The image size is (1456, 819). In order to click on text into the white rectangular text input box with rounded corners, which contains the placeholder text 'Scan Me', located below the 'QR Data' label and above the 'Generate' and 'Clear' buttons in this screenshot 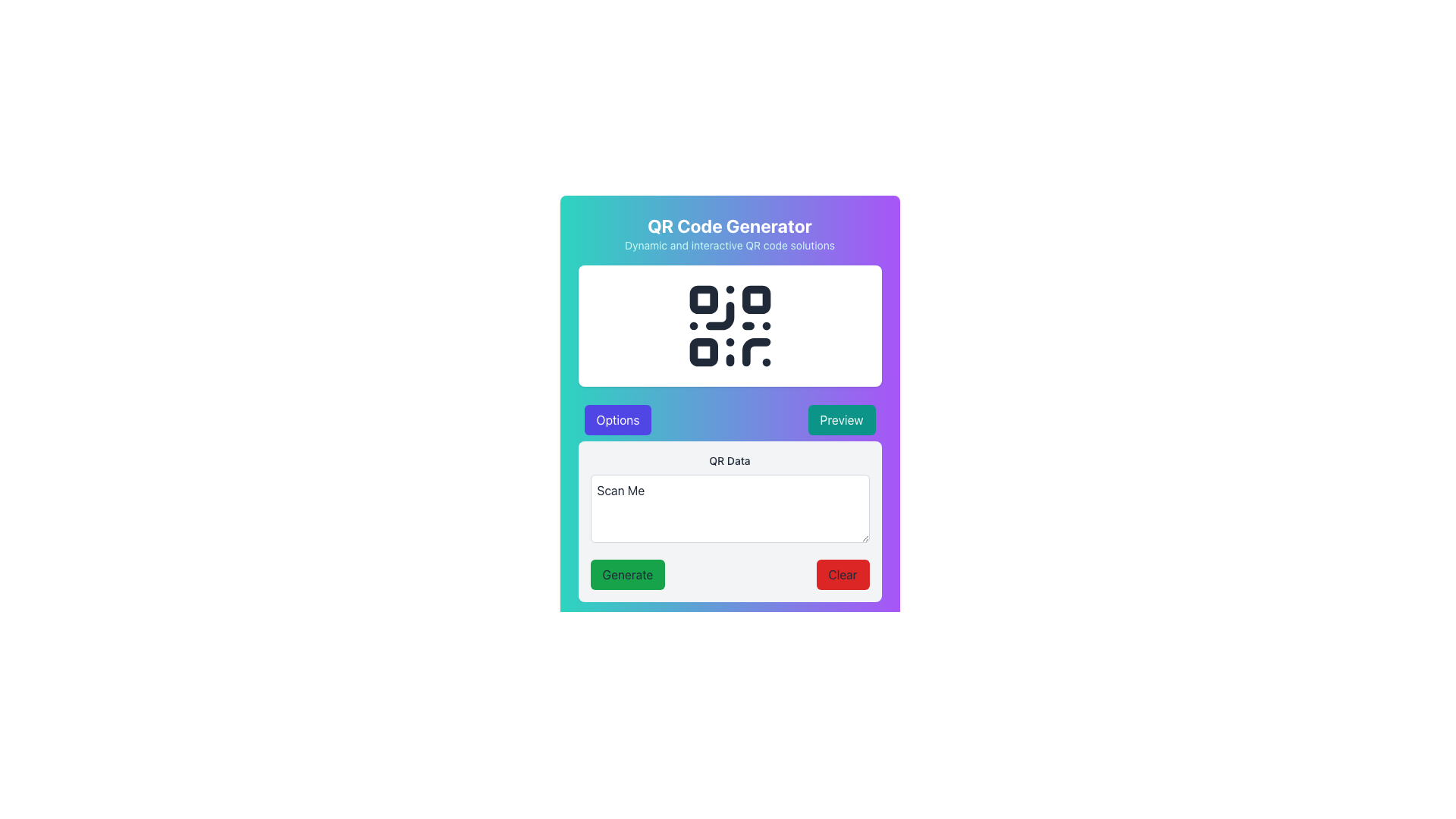, I will do `click(730, 503)`.